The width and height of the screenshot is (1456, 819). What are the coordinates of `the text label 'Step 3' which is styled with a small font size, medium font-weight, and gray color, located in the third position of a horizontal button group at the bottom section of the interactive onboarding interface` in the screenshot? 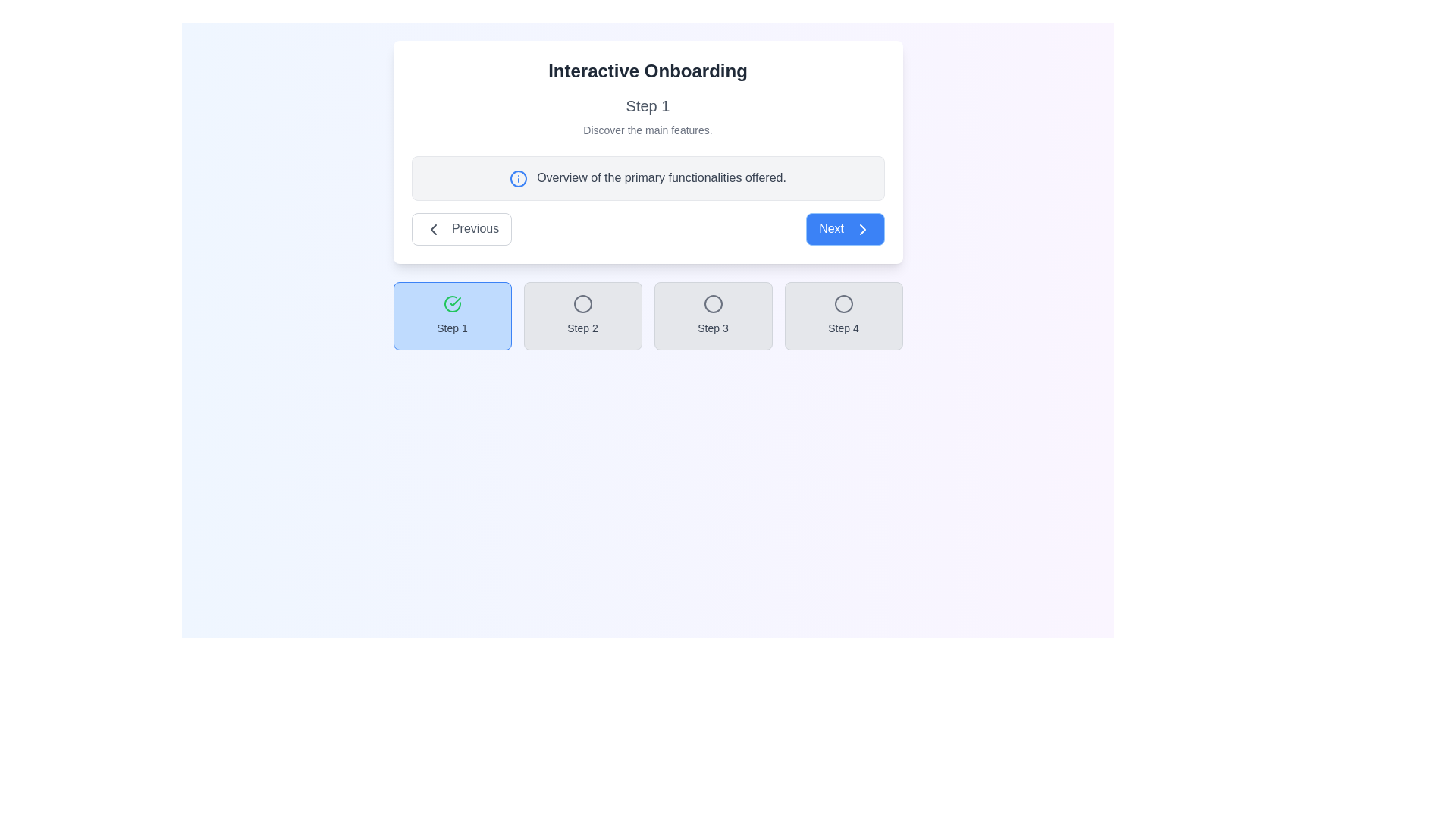 It's located at (712, 327).